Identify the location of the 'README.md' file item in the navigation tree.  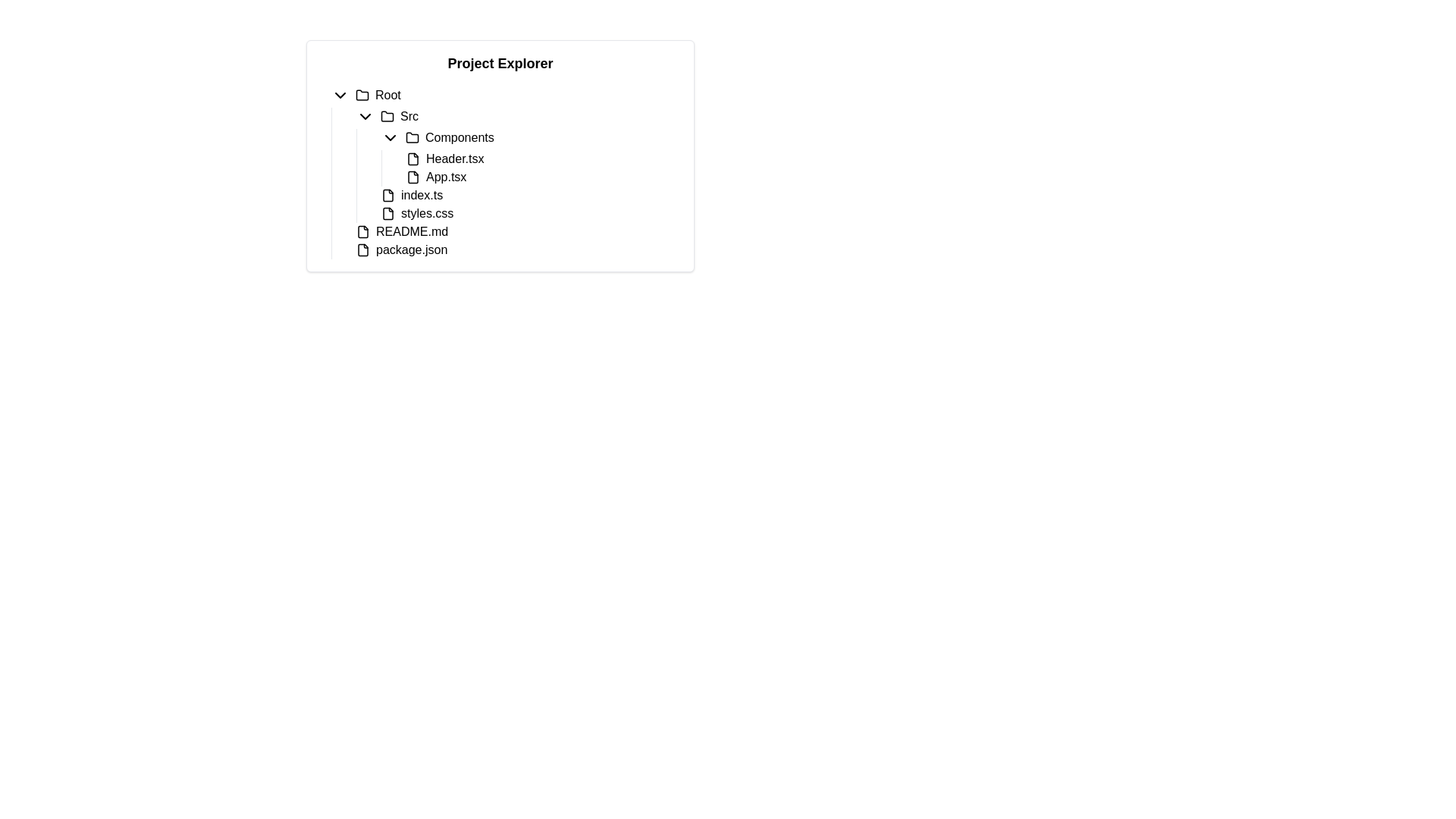
(519, 231).